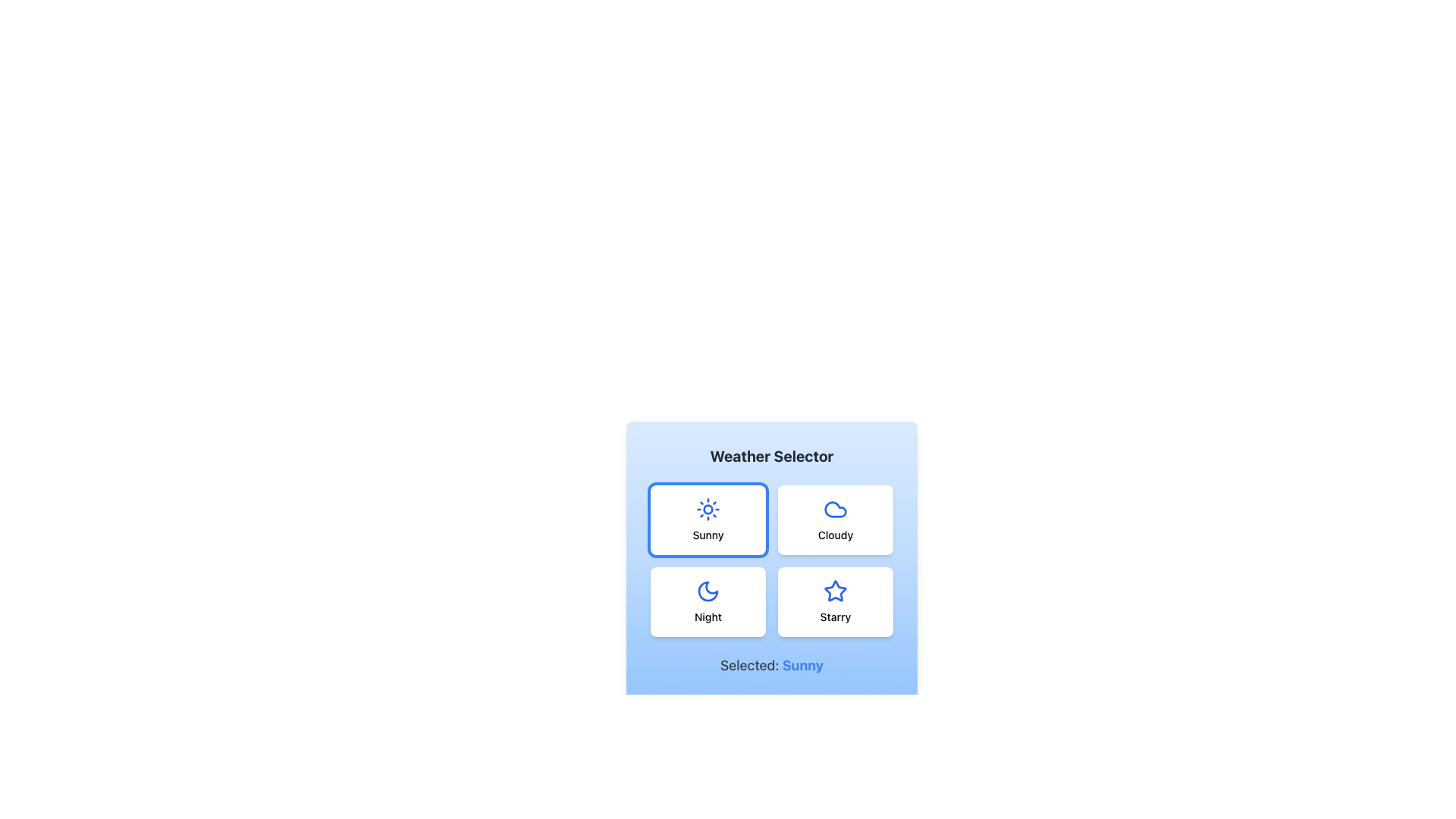  What do you see at coordinates (835, 601) in the screenshot?
I see `the 'Starry' button, which is a white button with rounded corners and a blue star icon, located at the bottom-right position of a 2x2 grid of weather option buttons` at bounding box center [835, 601].